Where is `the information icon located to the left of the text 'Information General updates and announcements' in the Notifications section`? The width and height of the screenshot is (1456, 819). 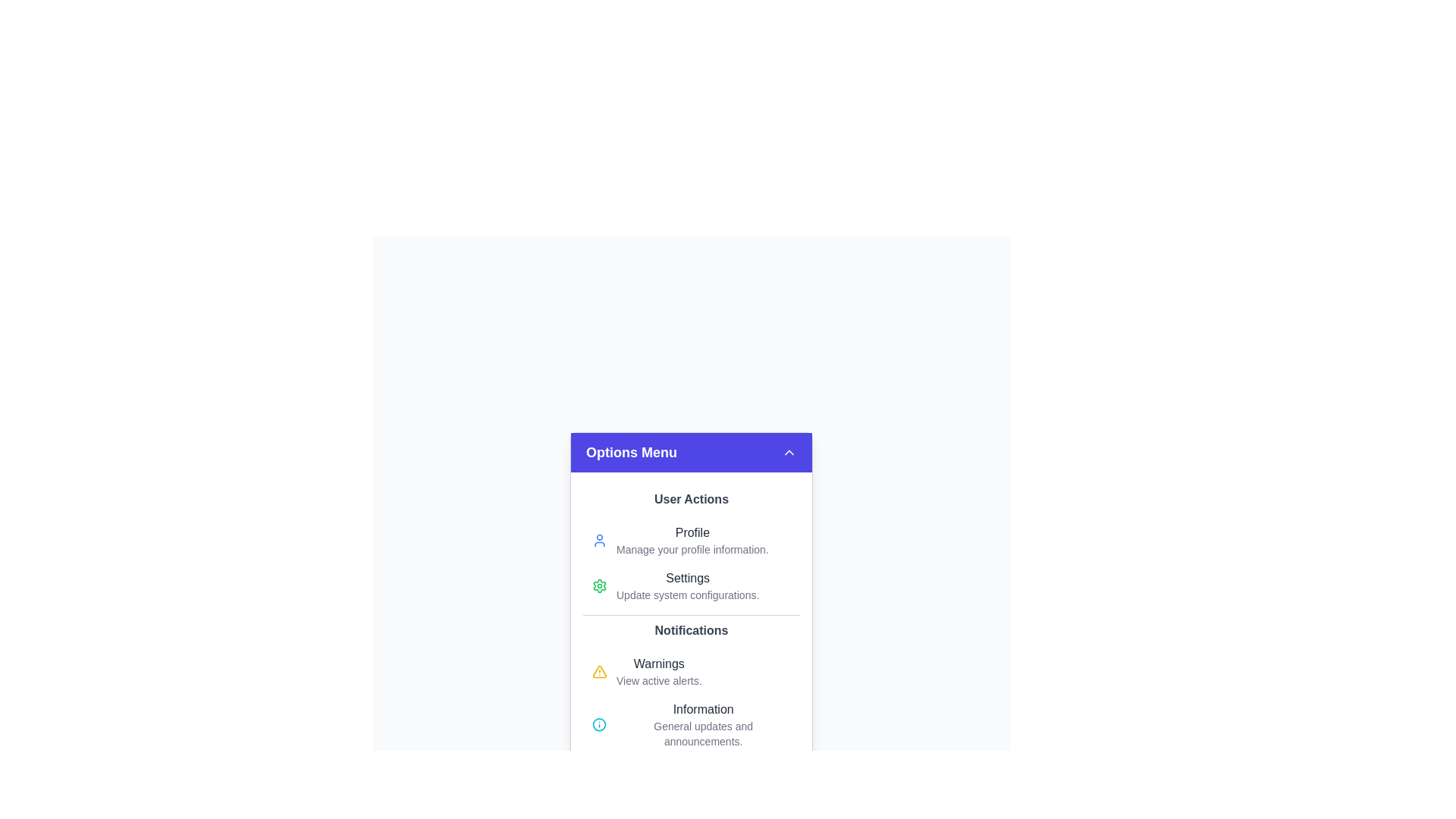 the information icon located to the left of the text 'Information General updates and announcements' in the Notifications section is located at coordinates (598, 724).